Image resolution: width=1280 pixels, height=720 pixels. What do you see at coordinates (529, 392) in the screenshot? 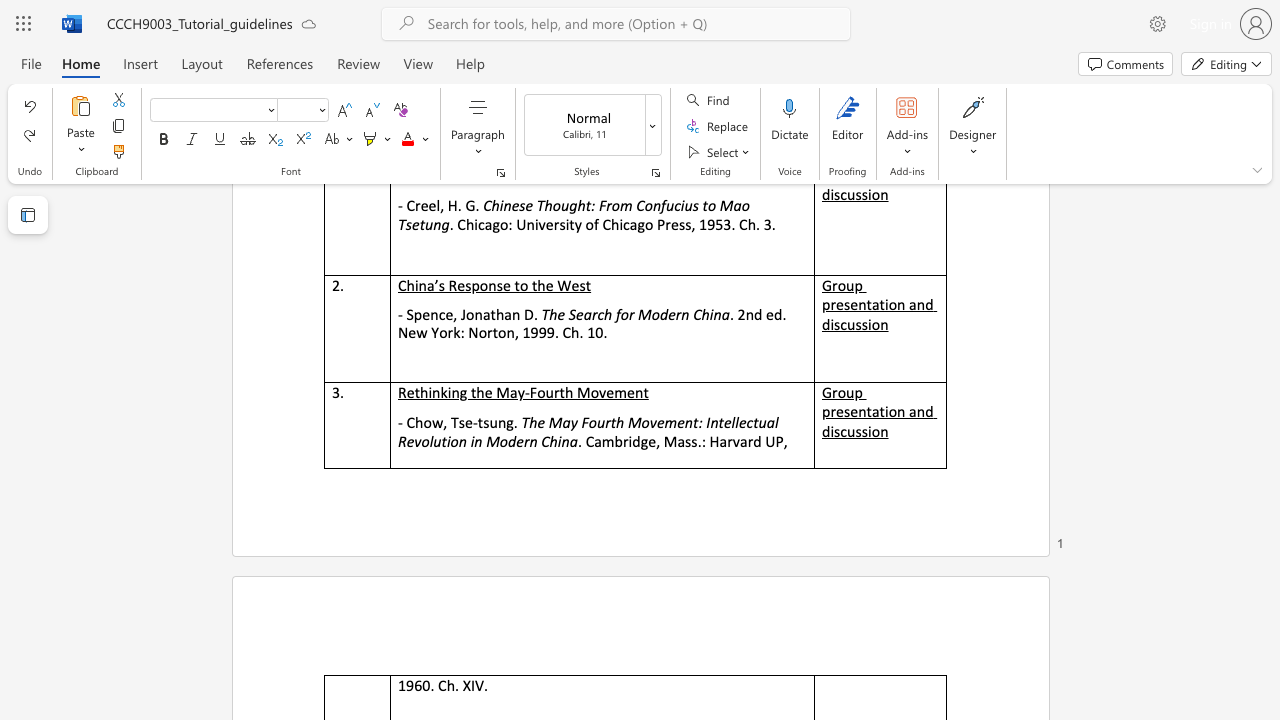
I see `the subset text "Fourth Mov" within the text "Rethinking the May-Fourth Movement"` at bounding box center [529, 392].